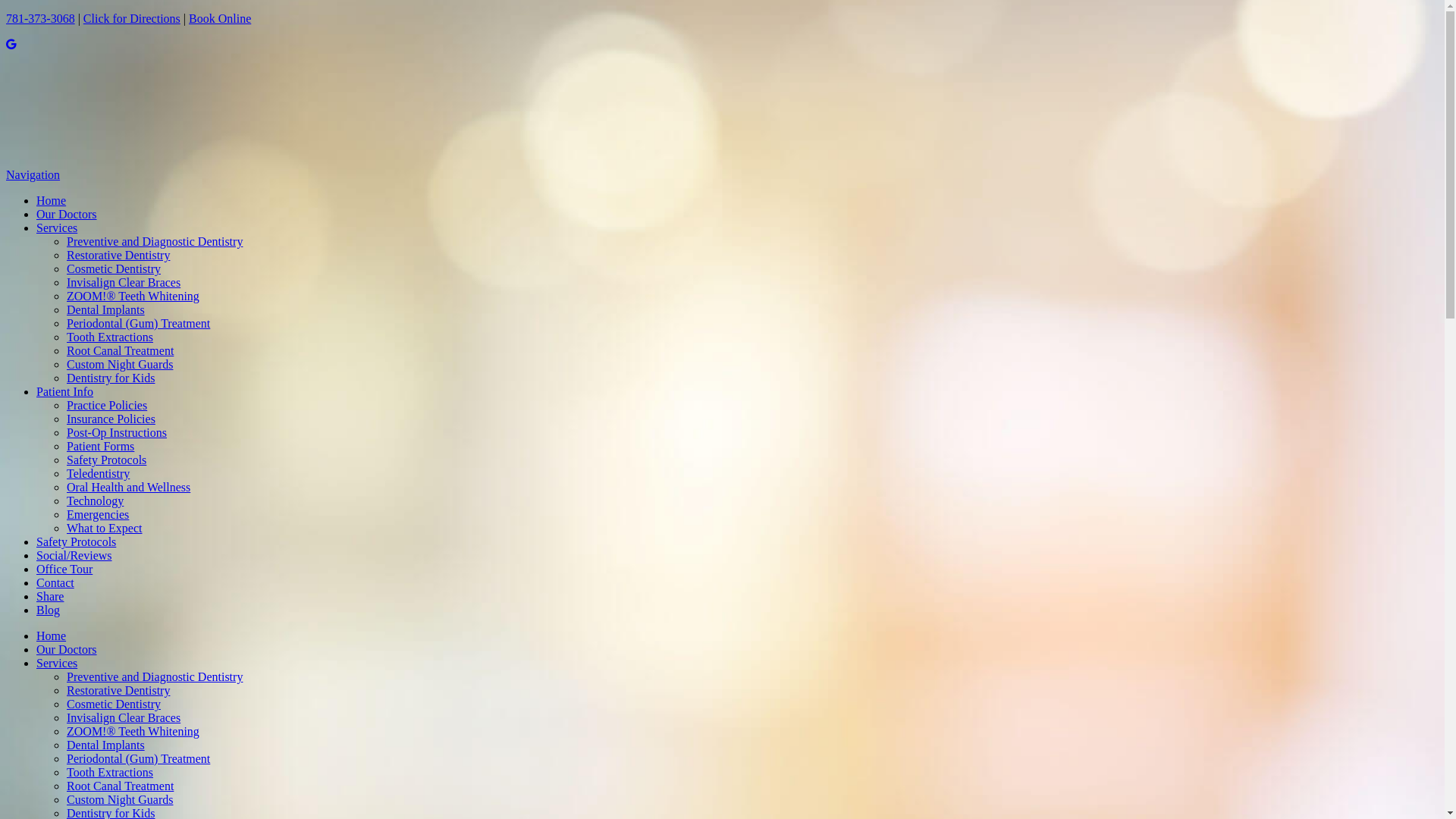 This screenshot has height=819, width=1456. Describe the element at coordinates (40, 18) in the screenshot. I see `'781-373-3068'` at that location.